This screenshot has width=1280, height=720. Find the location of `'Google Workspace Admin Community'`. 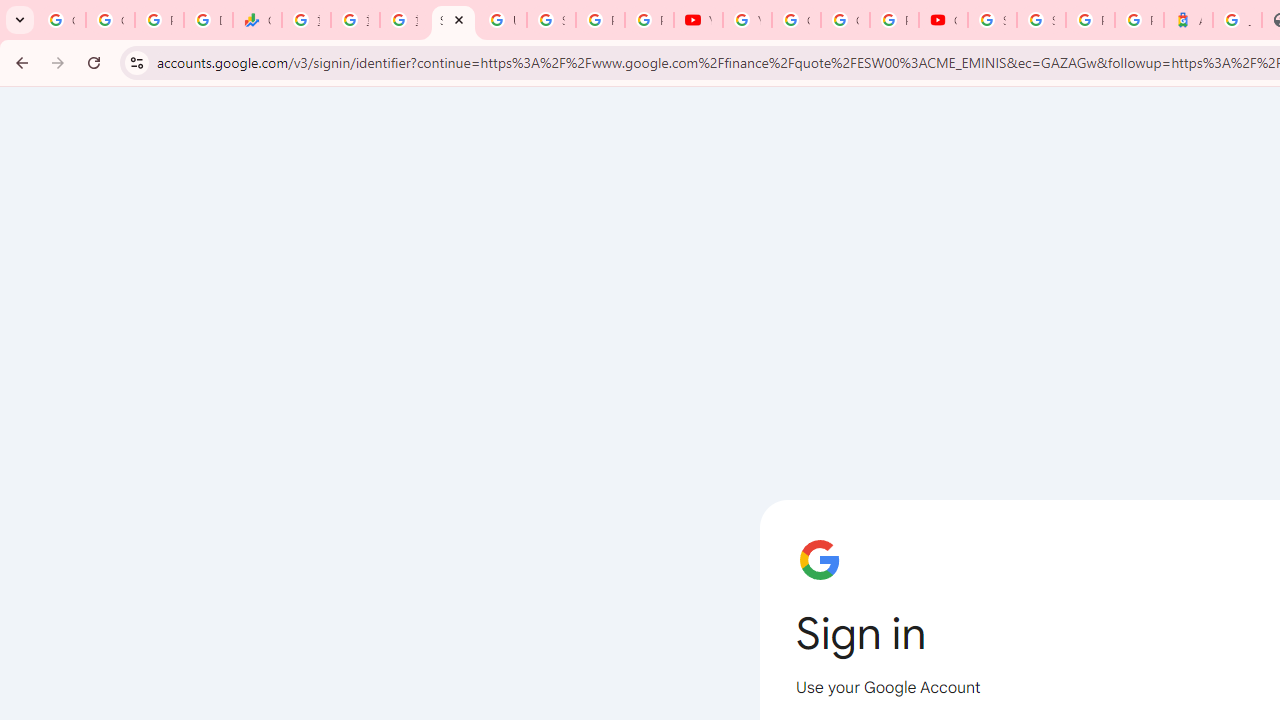

'Google Workspace Admin Community' is located at coordinates (61, 20).